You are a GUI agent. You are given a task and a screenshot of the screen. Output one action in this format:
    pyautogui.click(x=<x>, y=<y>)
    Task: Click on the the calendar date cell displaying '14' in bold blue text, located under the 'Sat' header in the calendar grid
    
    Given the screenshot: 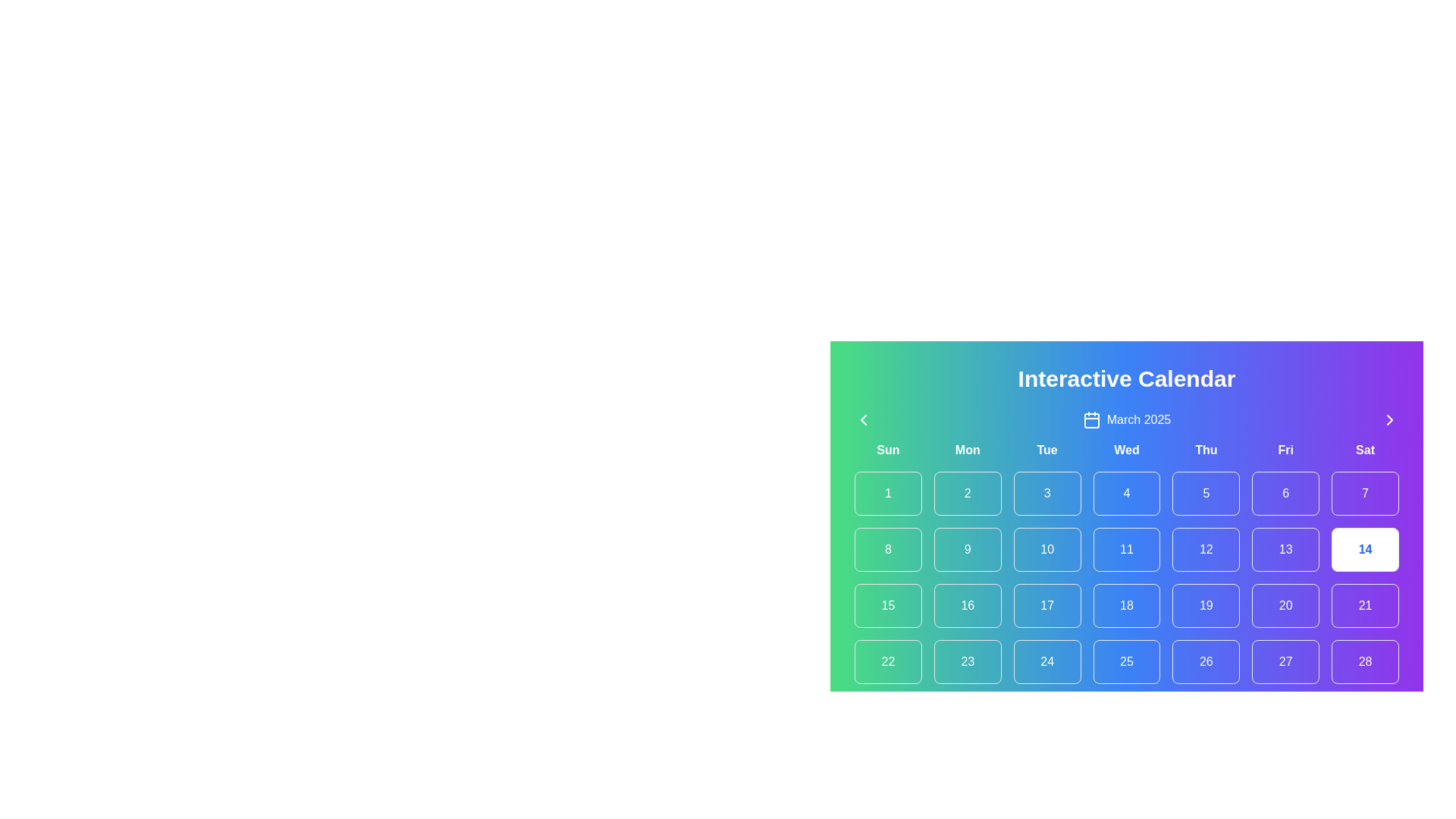 What is the action you would take?
    pyautogui.click(x=1365, y=550)
    